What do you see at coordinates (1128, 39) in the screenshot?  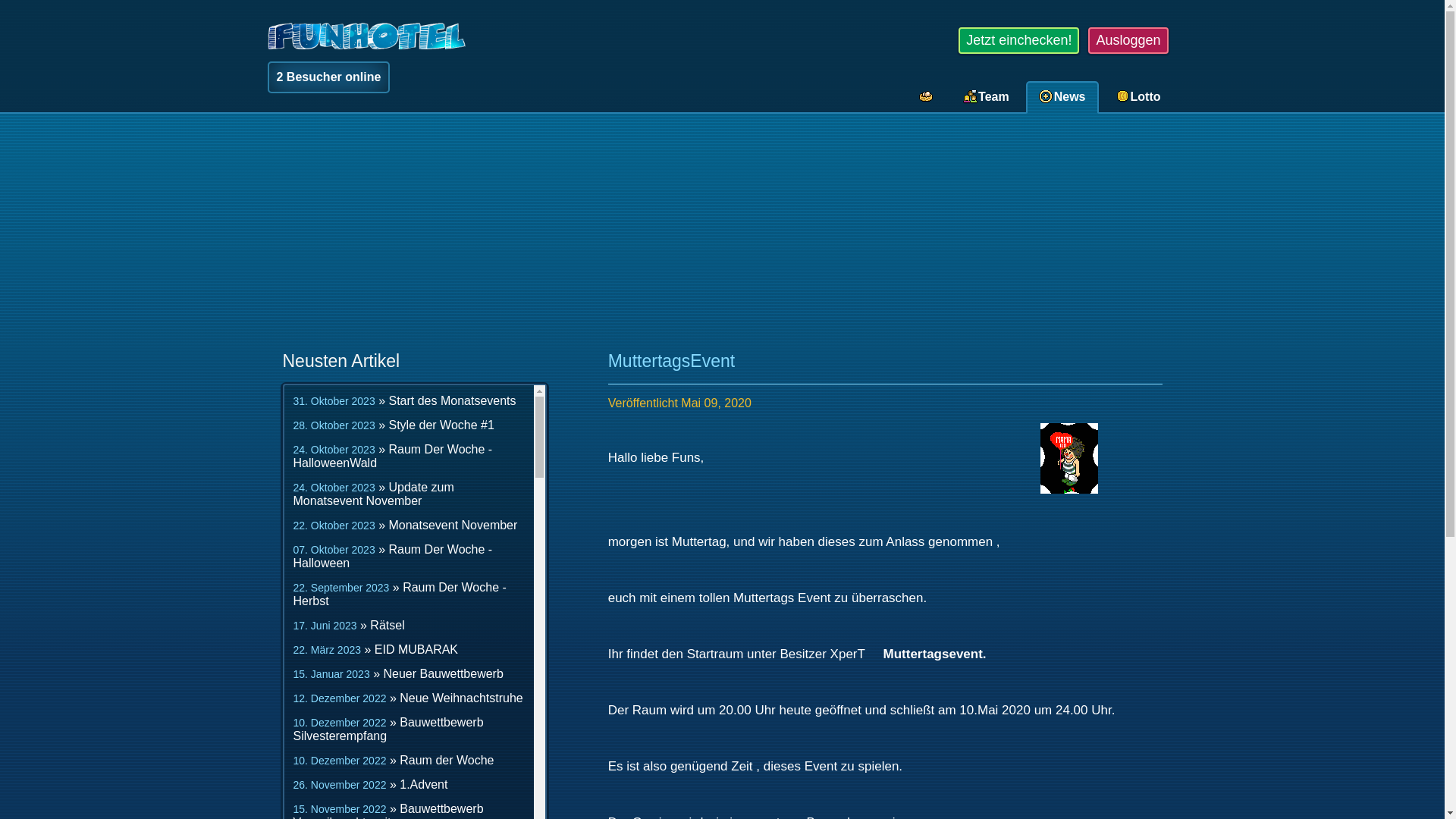 I see `'Ausloggen'` at bounding box center [1128, 39].